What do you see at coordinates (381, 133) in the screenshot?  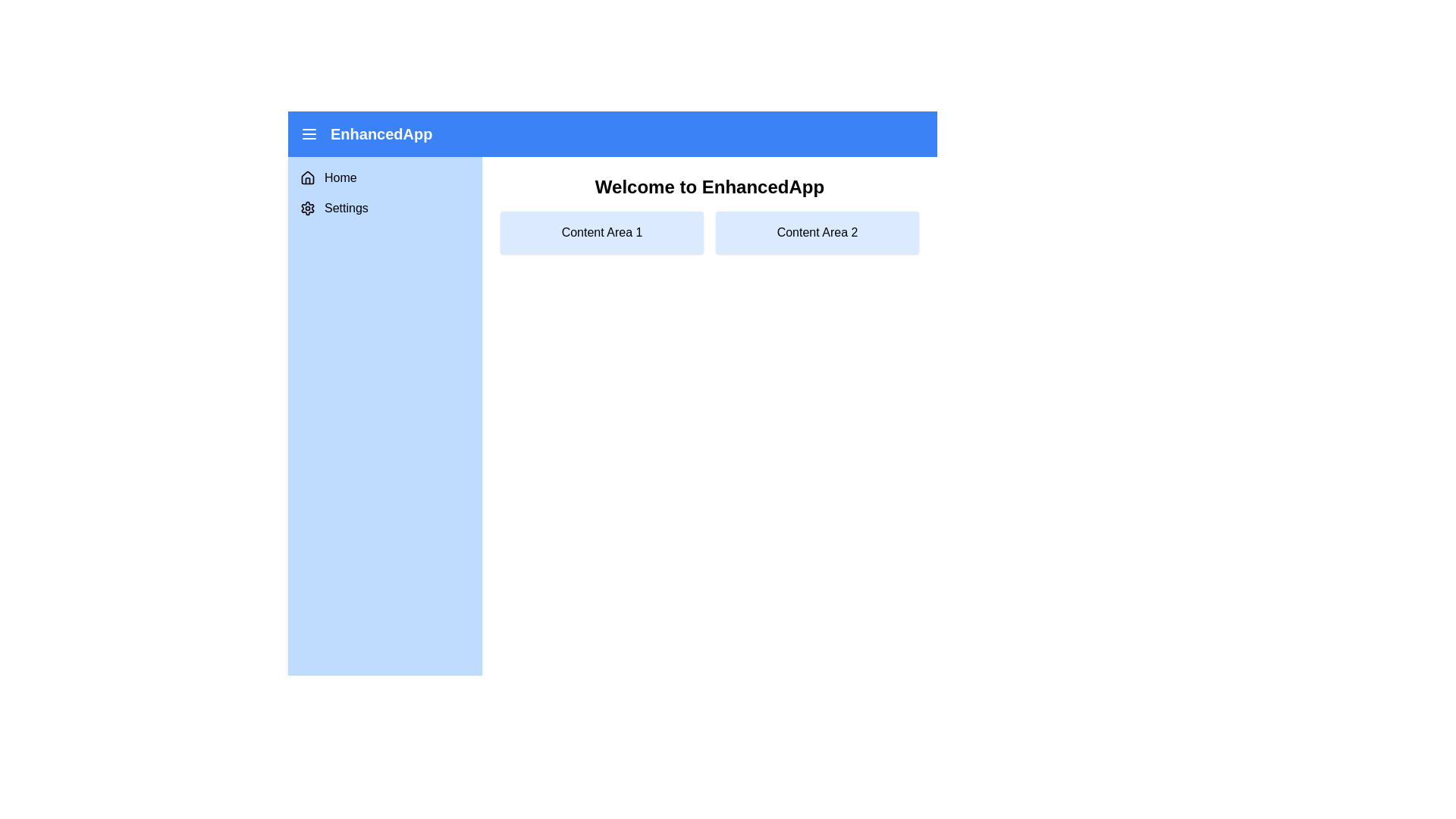 I see `title 'EnhancedApp' displayed in bold text within the top navigation bar, which is prominently positioned on a blue background` at bounding box center [381, 133].